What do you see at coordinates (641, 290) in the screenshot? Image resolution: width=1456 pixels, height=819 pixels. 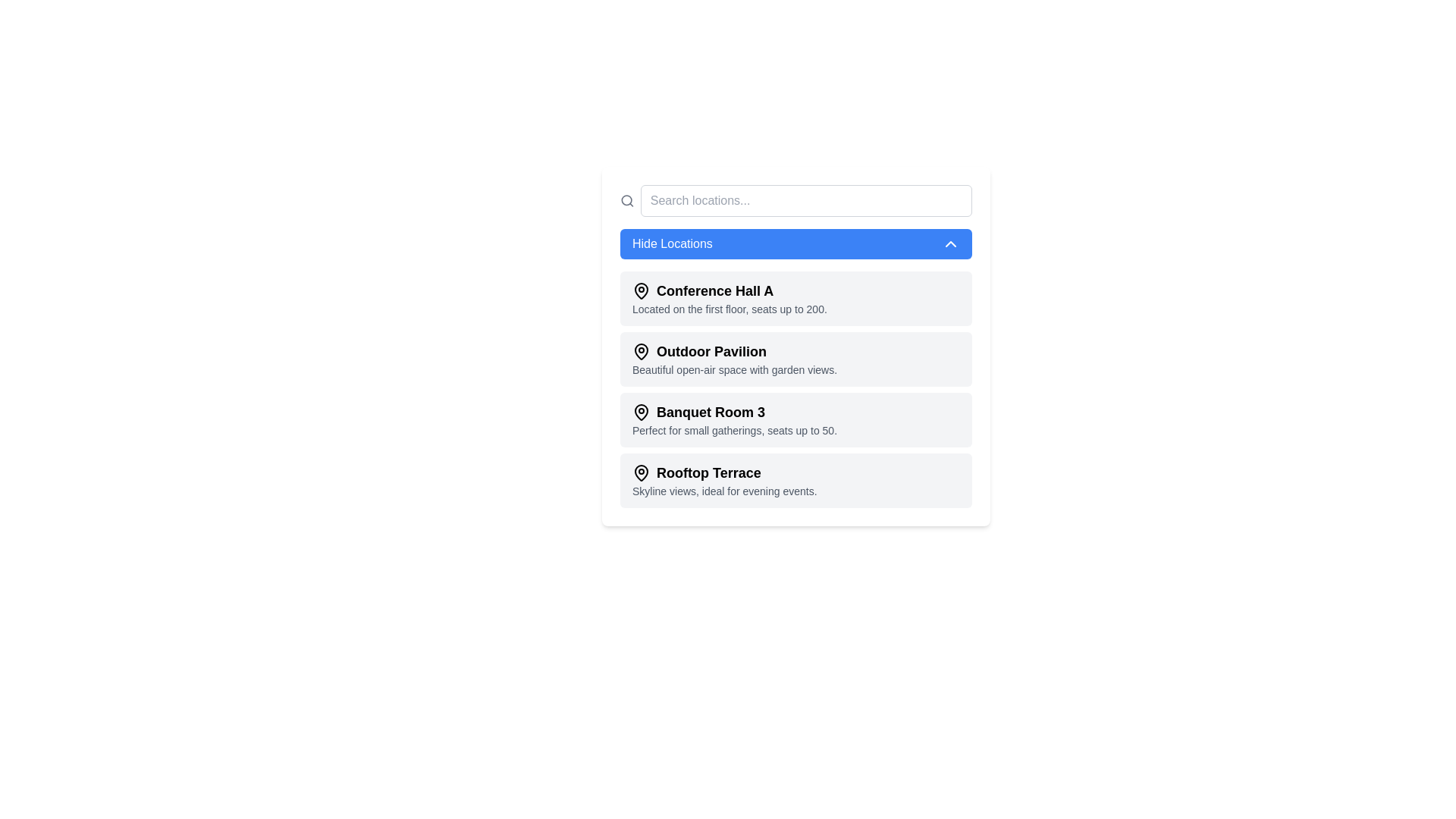 I see `the first icon representing a location in the 'Conference Hall A' section of the venue list` at bounding box center [641, 290].